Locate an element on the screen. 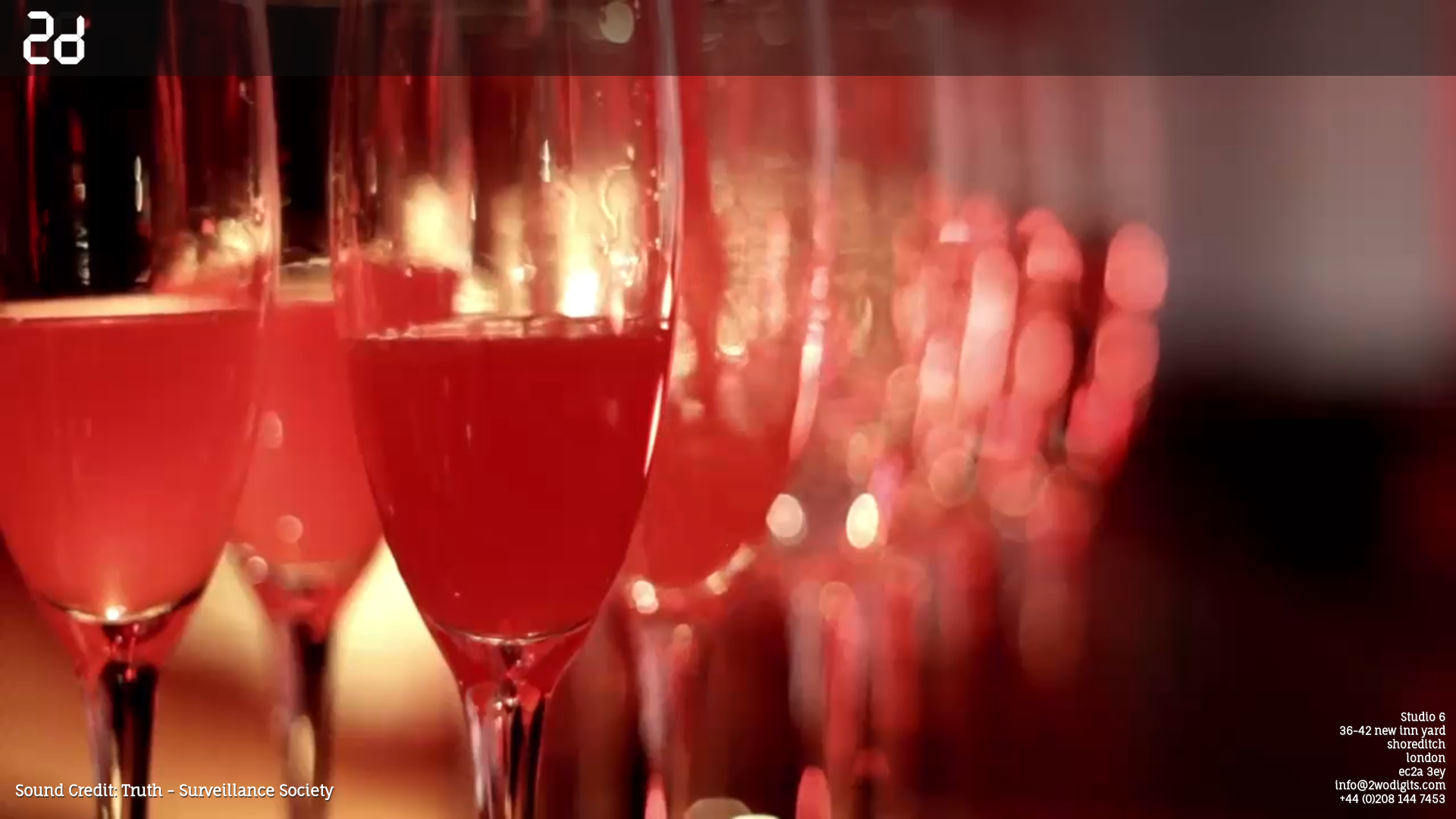  'info@2wodigits.com' is located at coordinates (1390, 785).